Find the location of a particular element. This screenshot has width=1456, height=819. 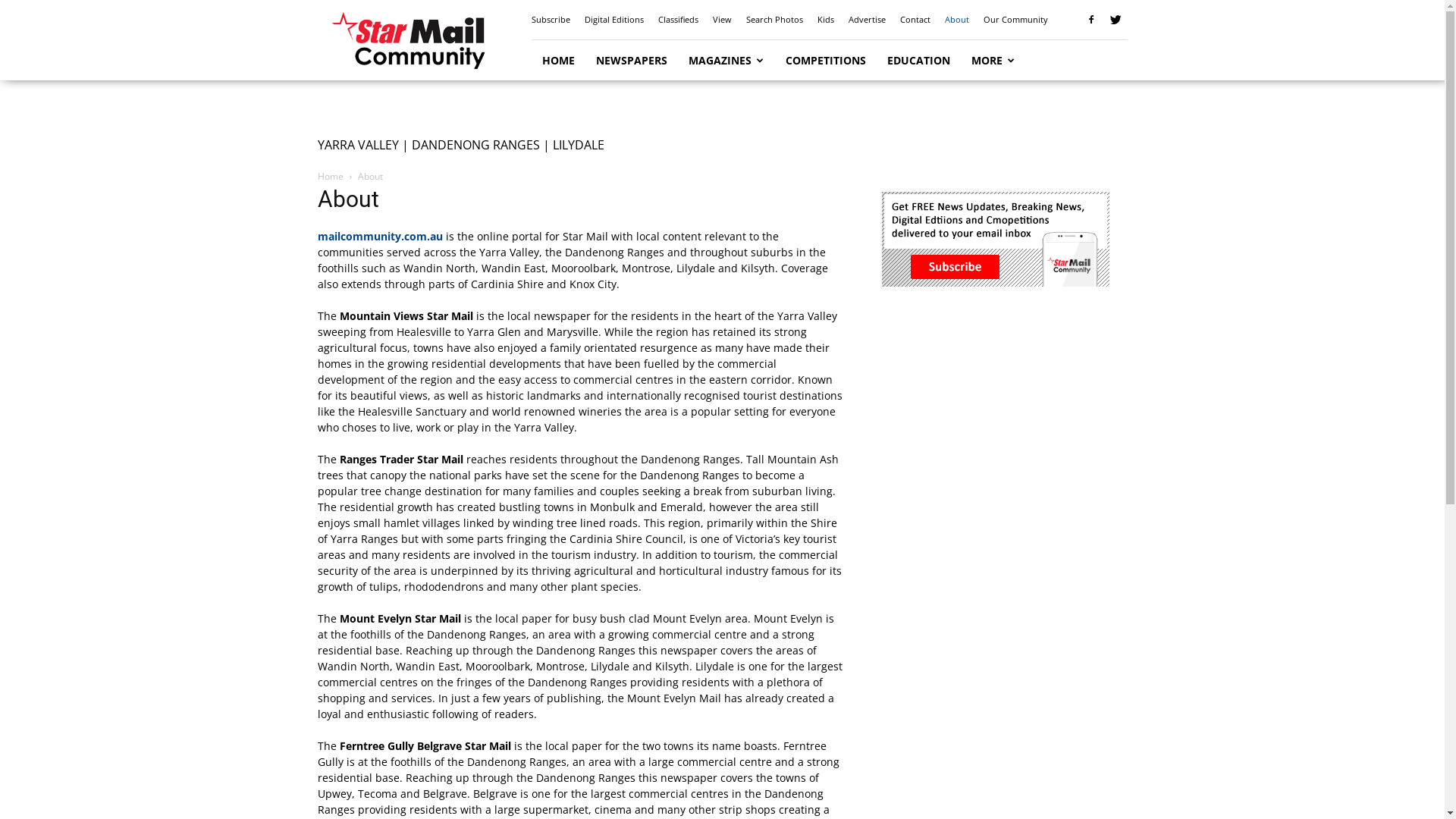

'Contact' is located at coordinates (913, 19).